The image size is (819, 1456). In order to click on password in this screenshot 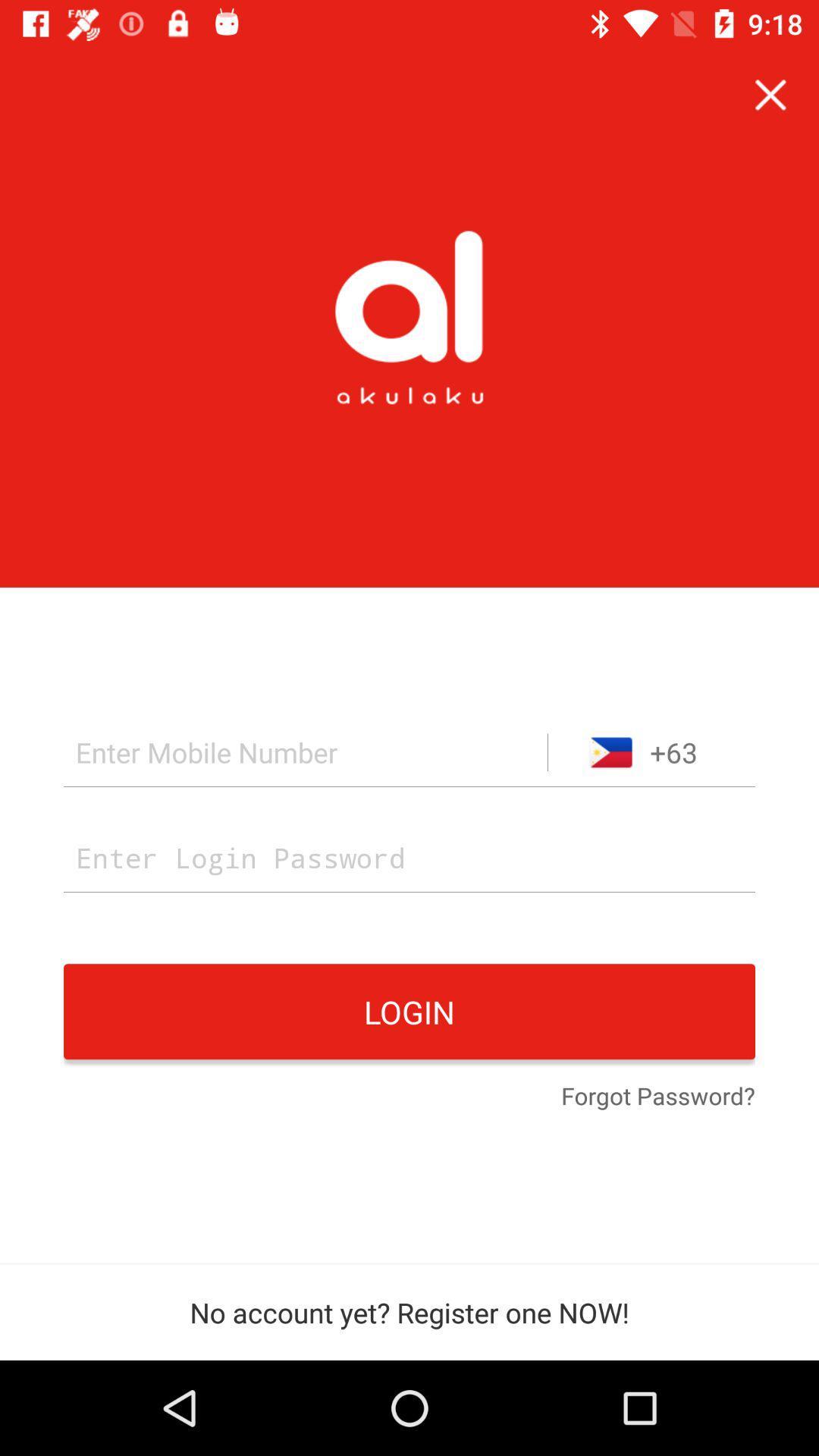, I will do `click(409, 858)`.